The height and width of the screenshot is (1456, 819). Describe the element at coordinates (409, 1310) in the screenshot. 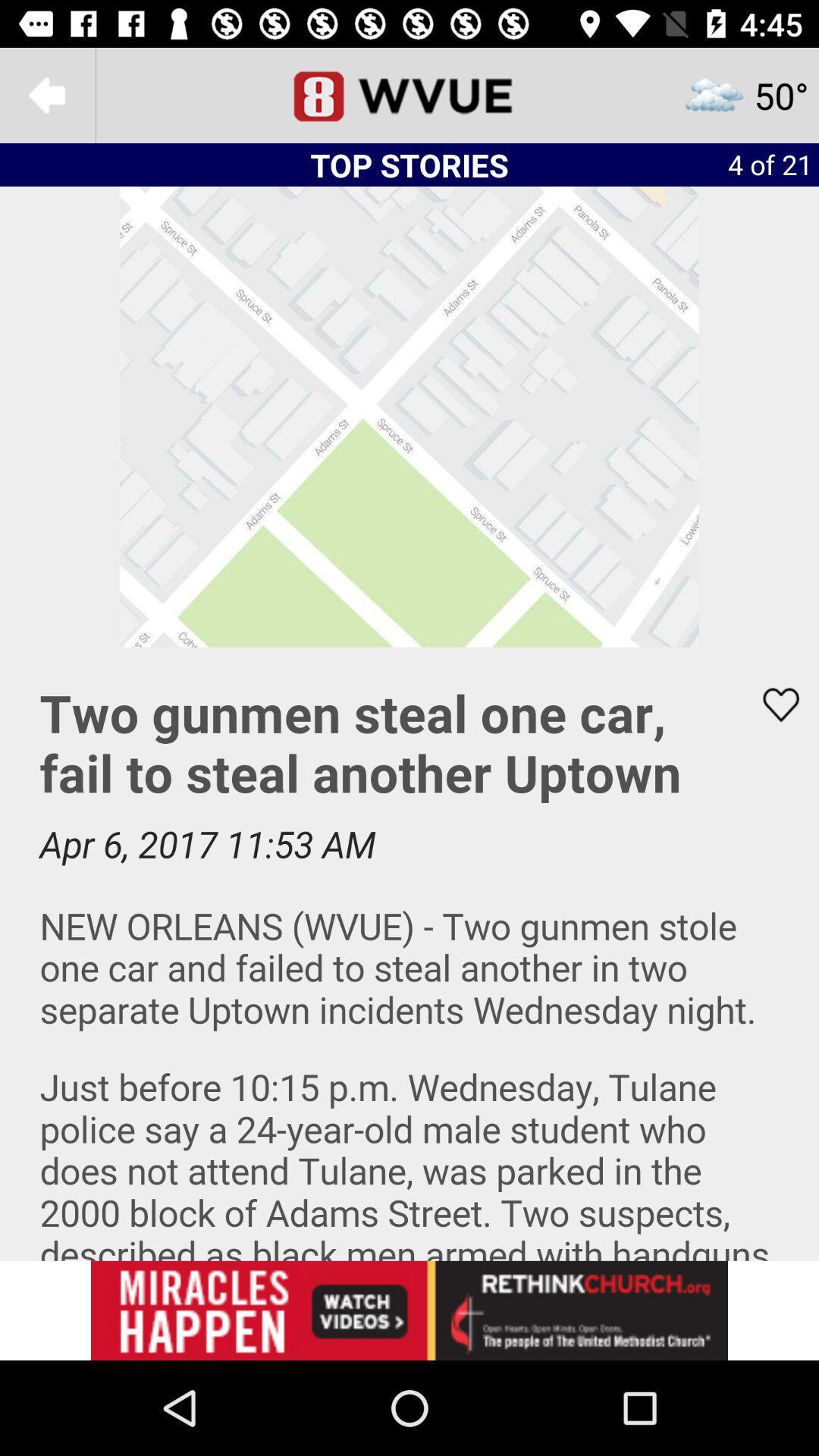

I see `click on advertisement` at that location.